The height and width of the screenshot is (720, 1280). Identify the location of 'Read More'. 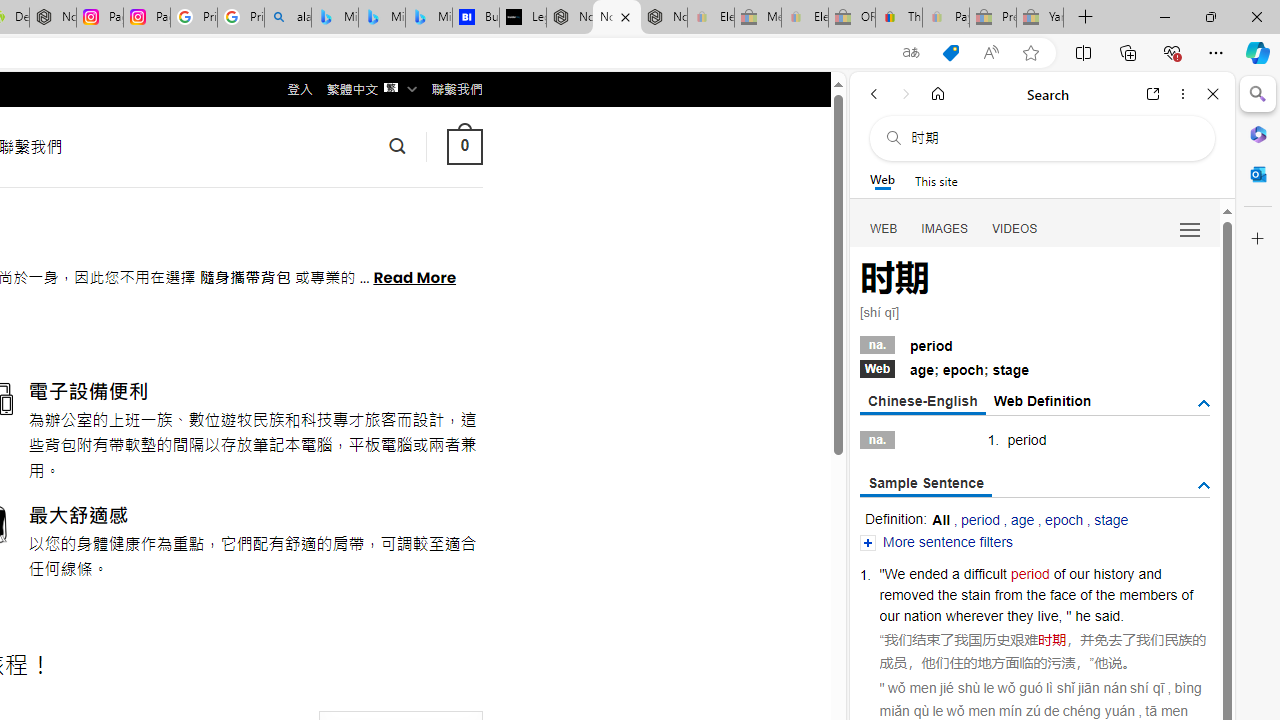
(413, 276).